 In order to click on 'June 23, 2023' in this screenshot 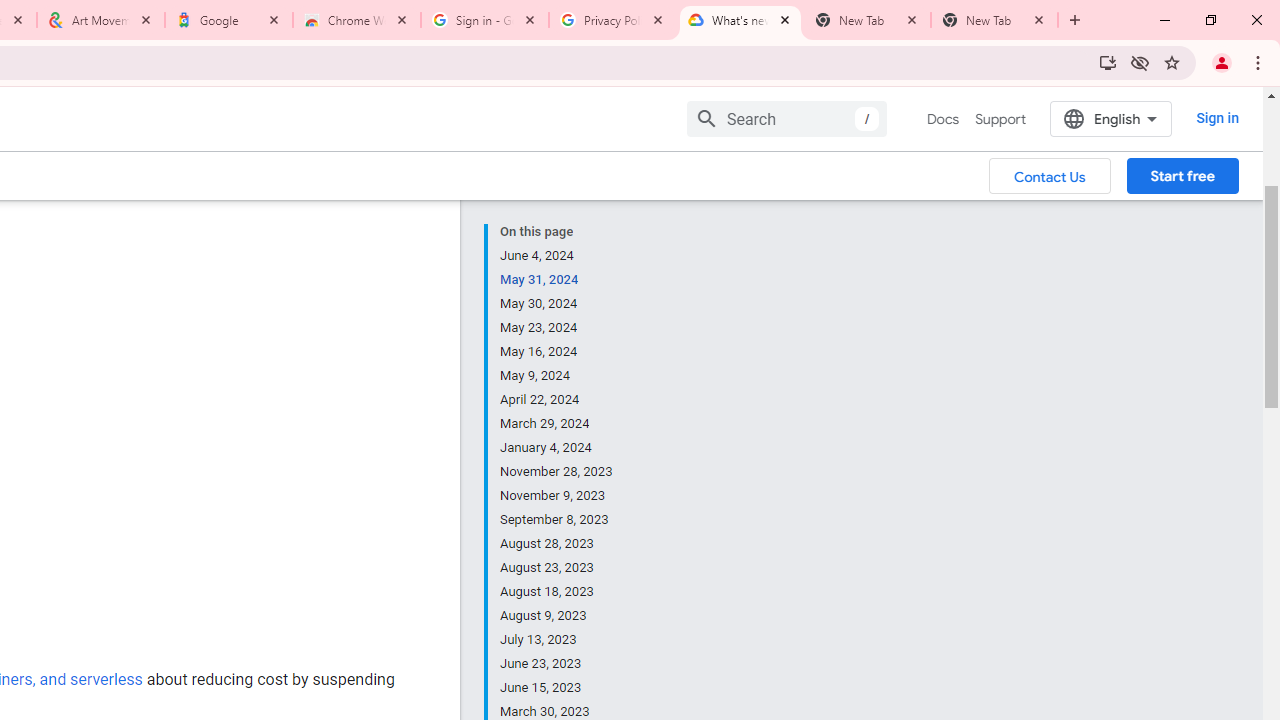, I will do `click(557, 664)`.